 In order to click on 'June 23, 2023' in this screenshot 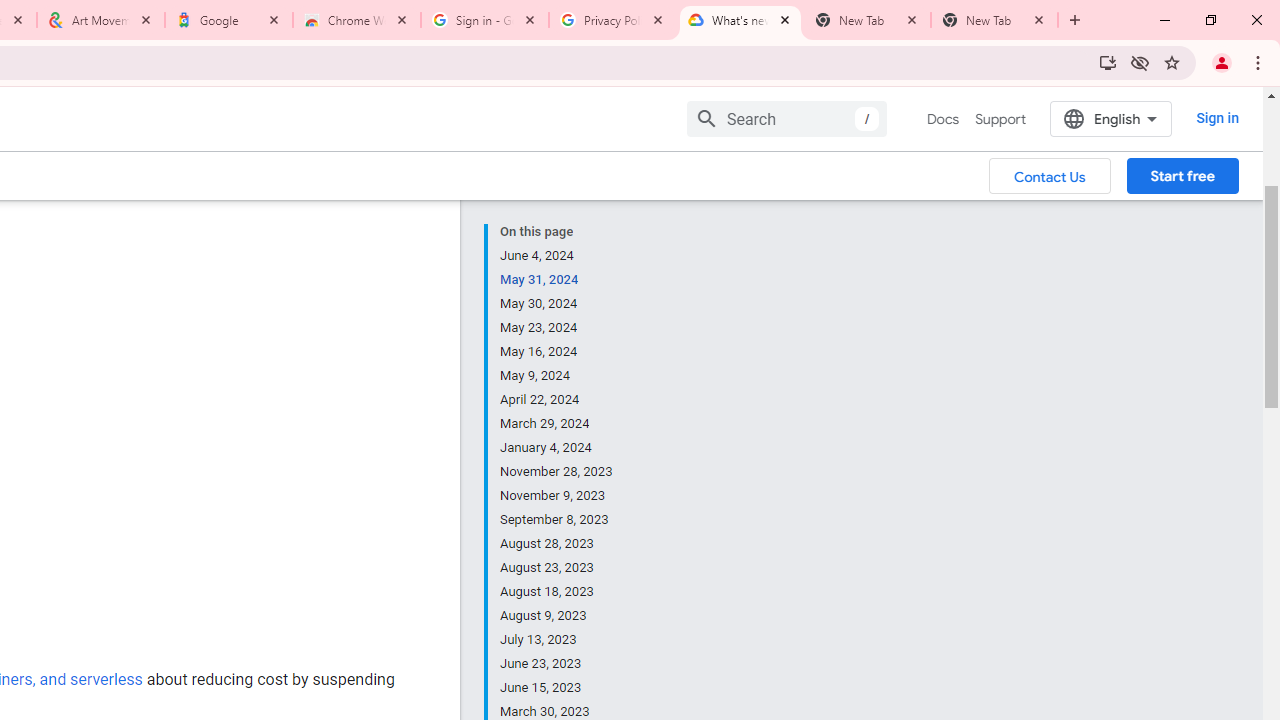, I will do `click(557, 664)`.